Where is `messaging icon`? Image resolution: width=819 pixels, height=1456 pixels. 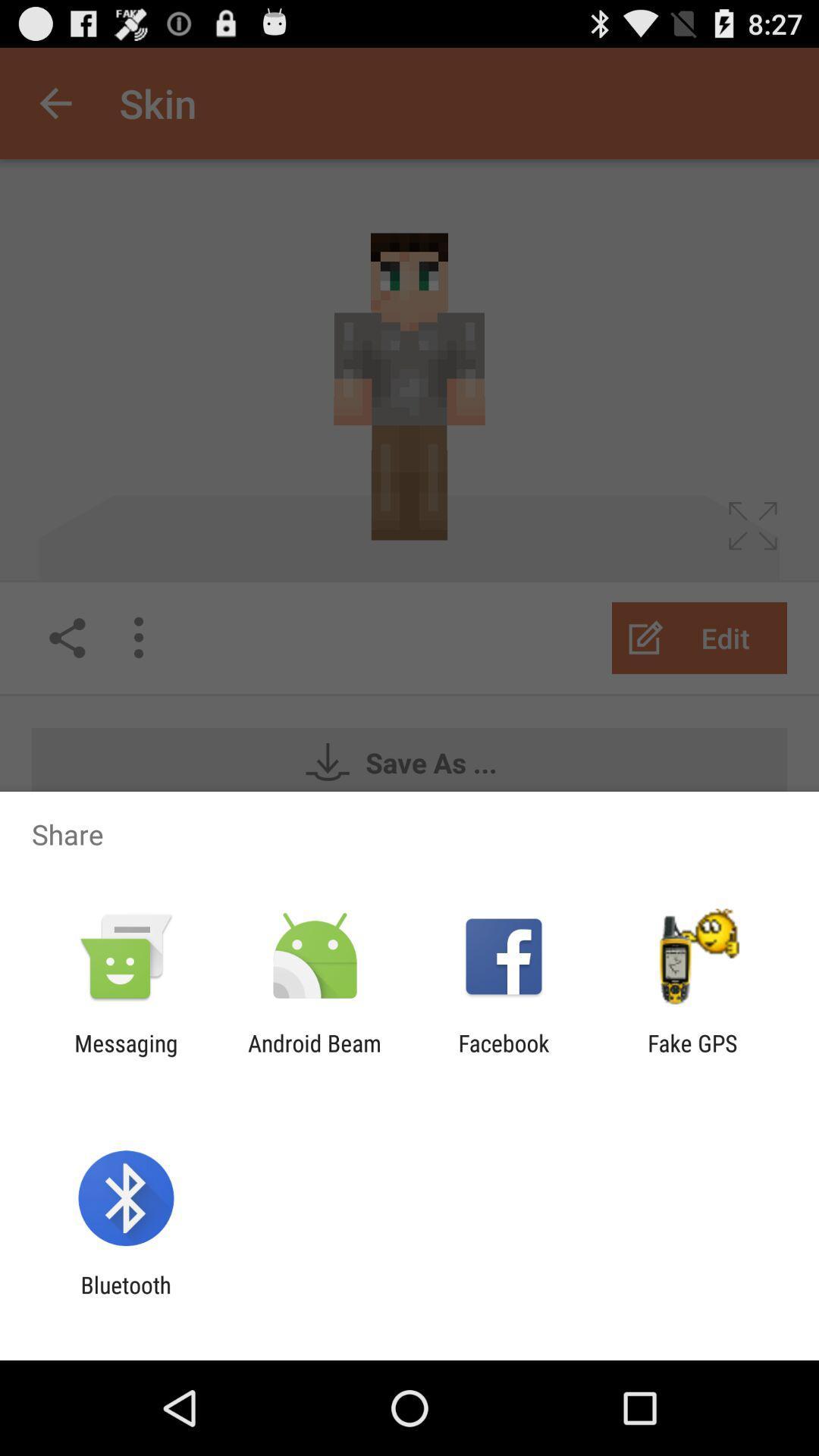
messaging icon is located at coordinates (125, 1056).